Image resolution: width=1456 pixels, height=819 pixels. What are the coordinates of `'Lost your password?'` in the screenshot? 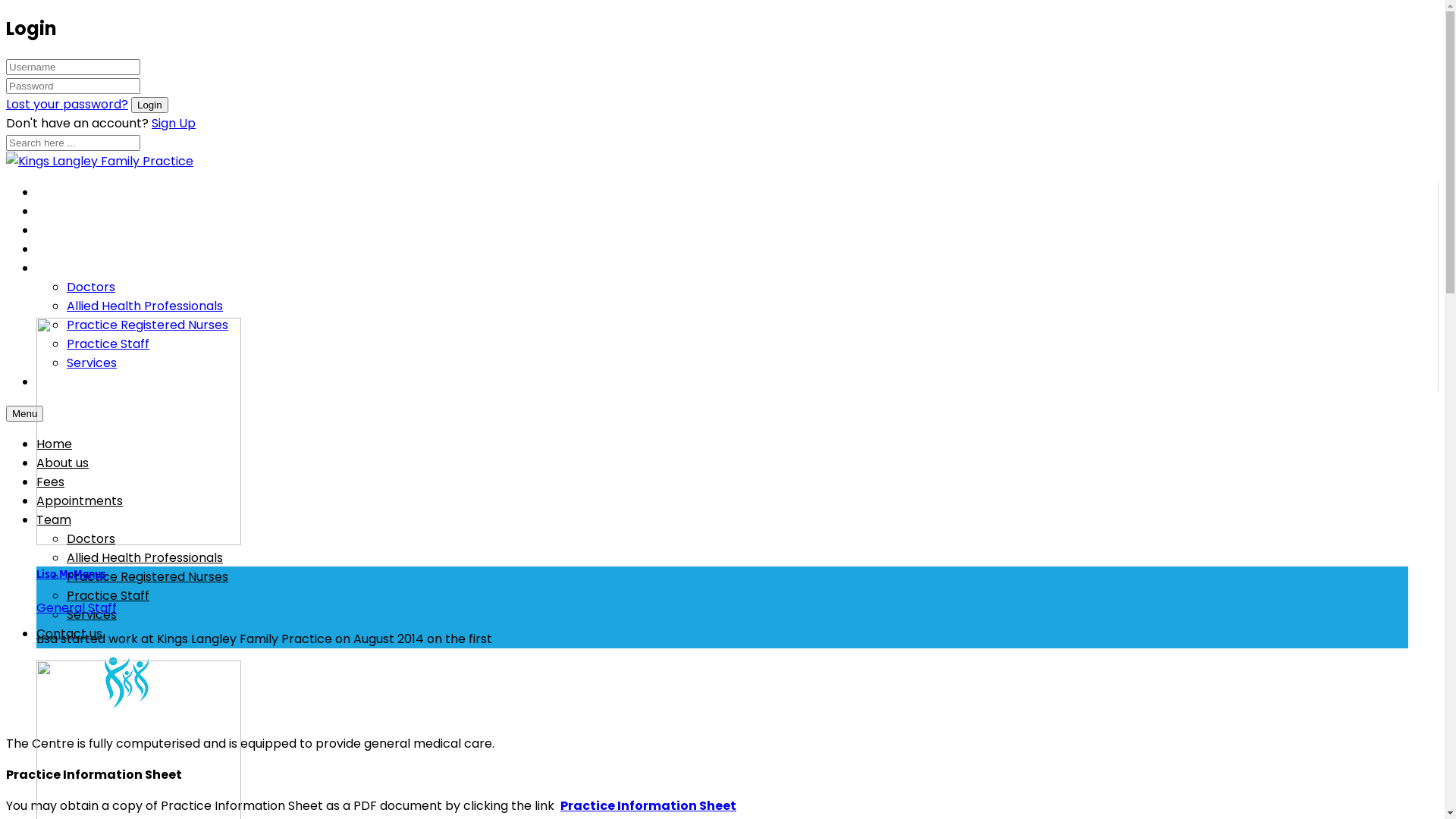 It's located at (6, 103).